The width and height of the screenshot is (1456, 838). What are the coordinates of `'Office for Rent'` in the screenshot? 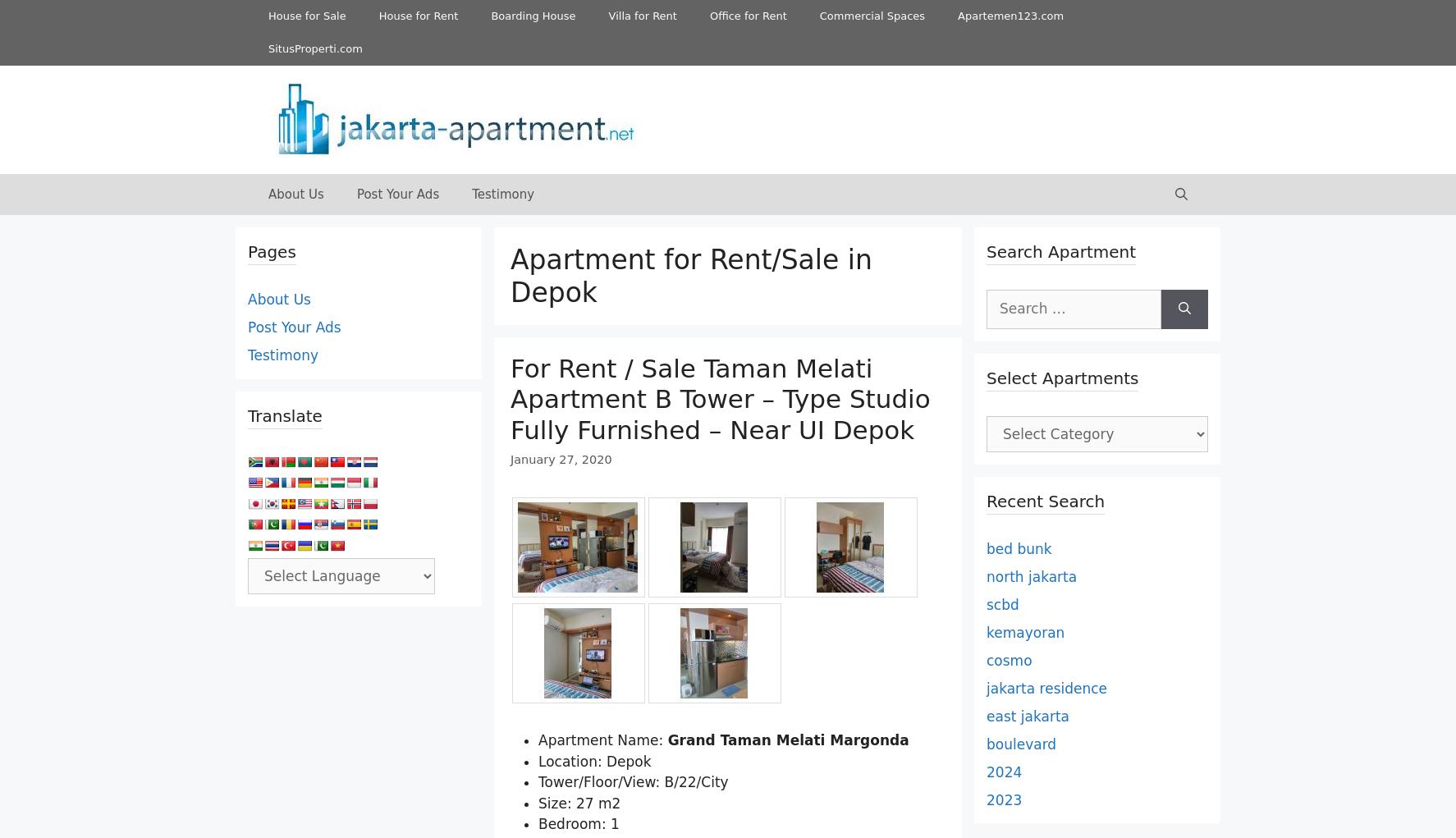 It's located at (708, 15).